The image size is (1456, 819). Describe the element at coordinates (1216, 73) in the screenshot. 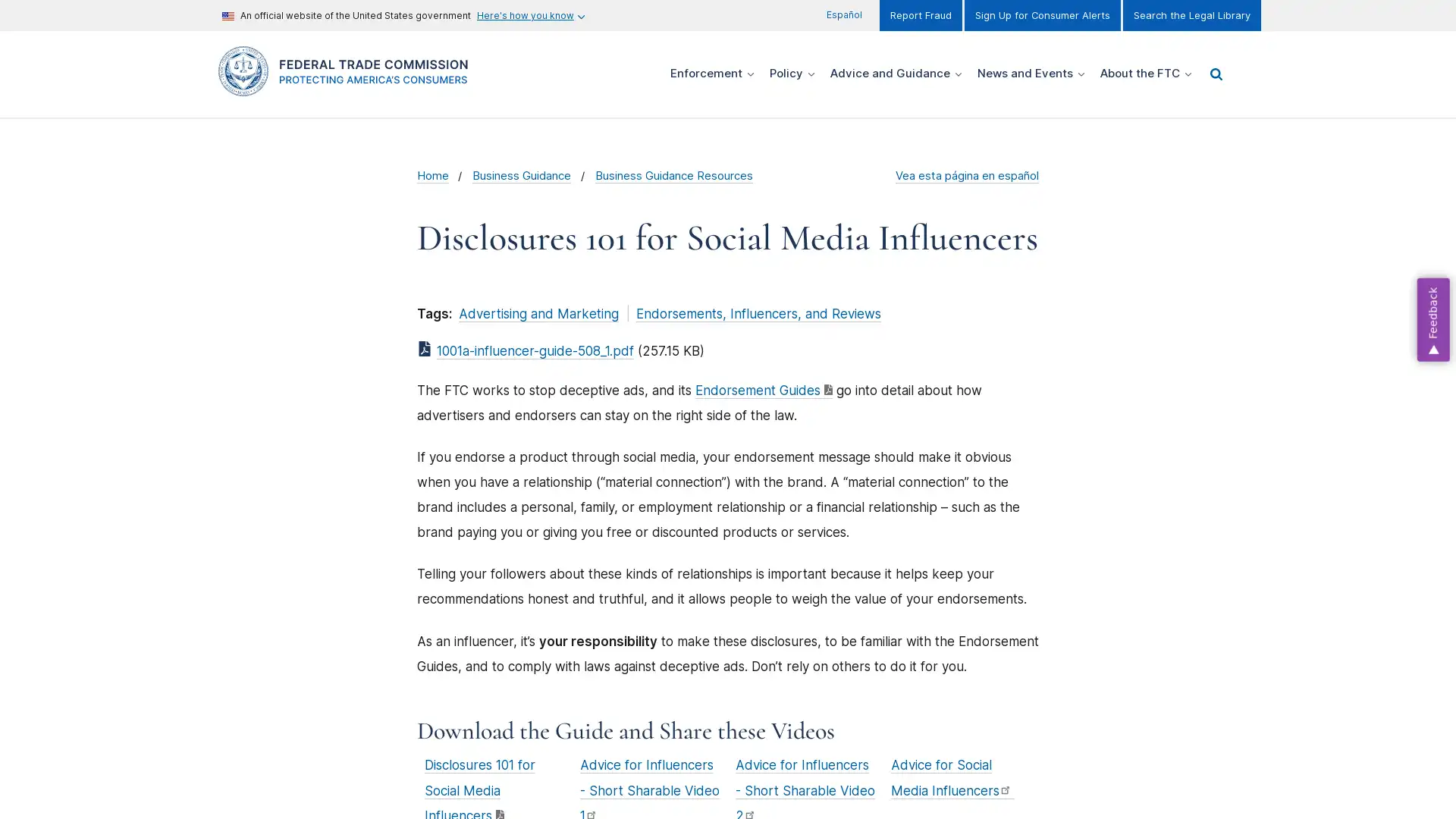

I see `Show/hide Search menu items` at that location.